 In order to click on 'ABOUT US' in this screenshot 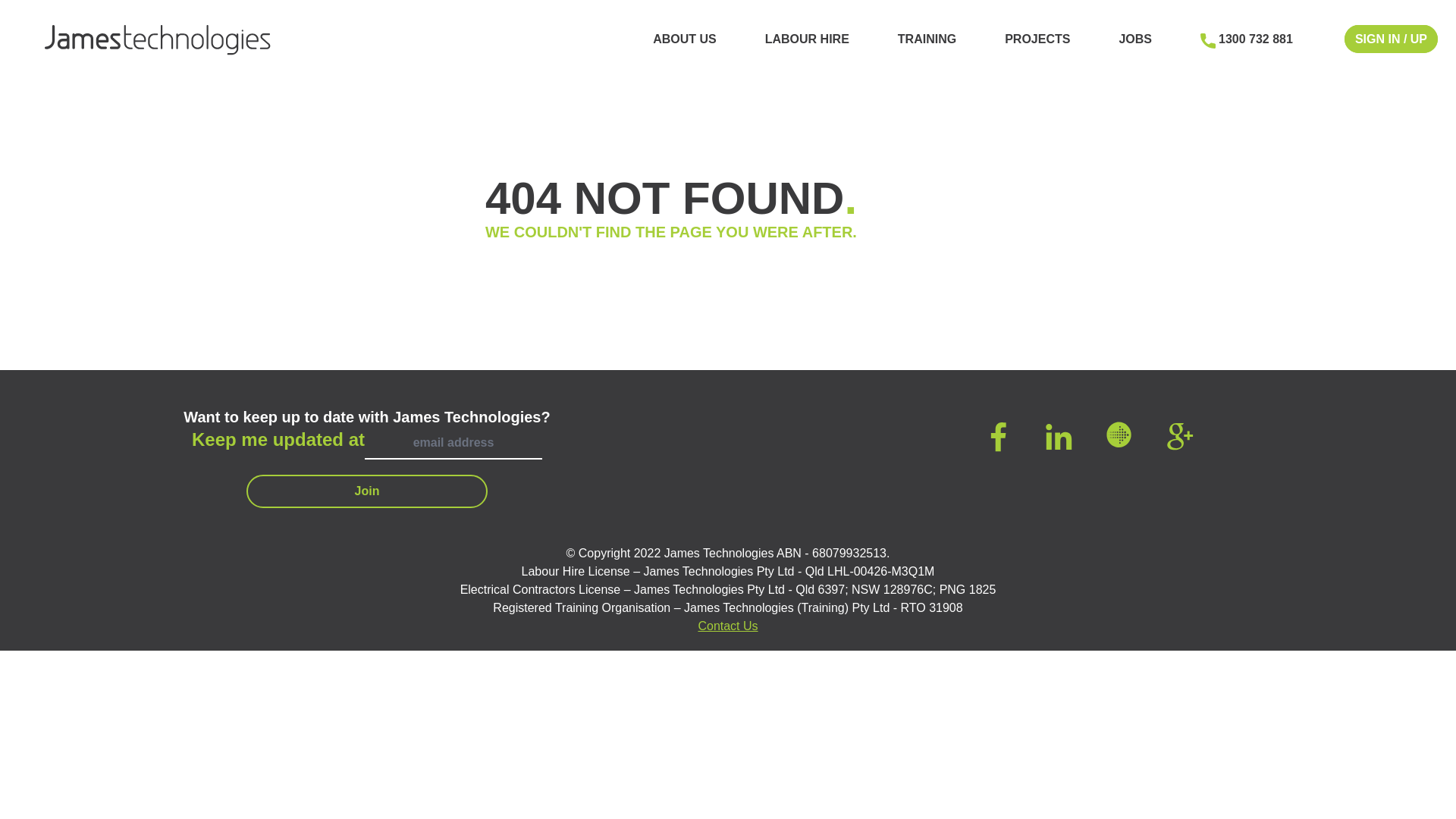, I will do `click(683, 38)`.